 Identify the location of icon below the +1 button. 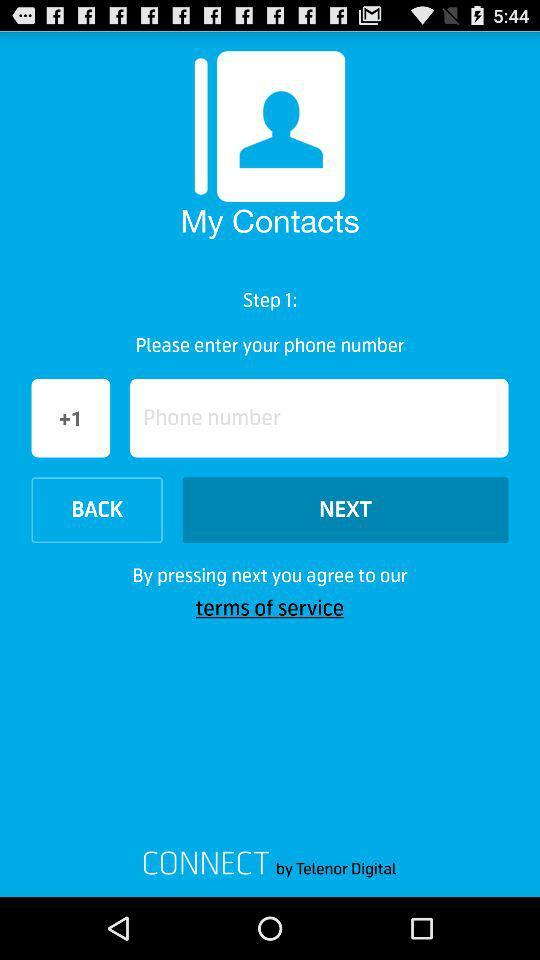
(96, 509).